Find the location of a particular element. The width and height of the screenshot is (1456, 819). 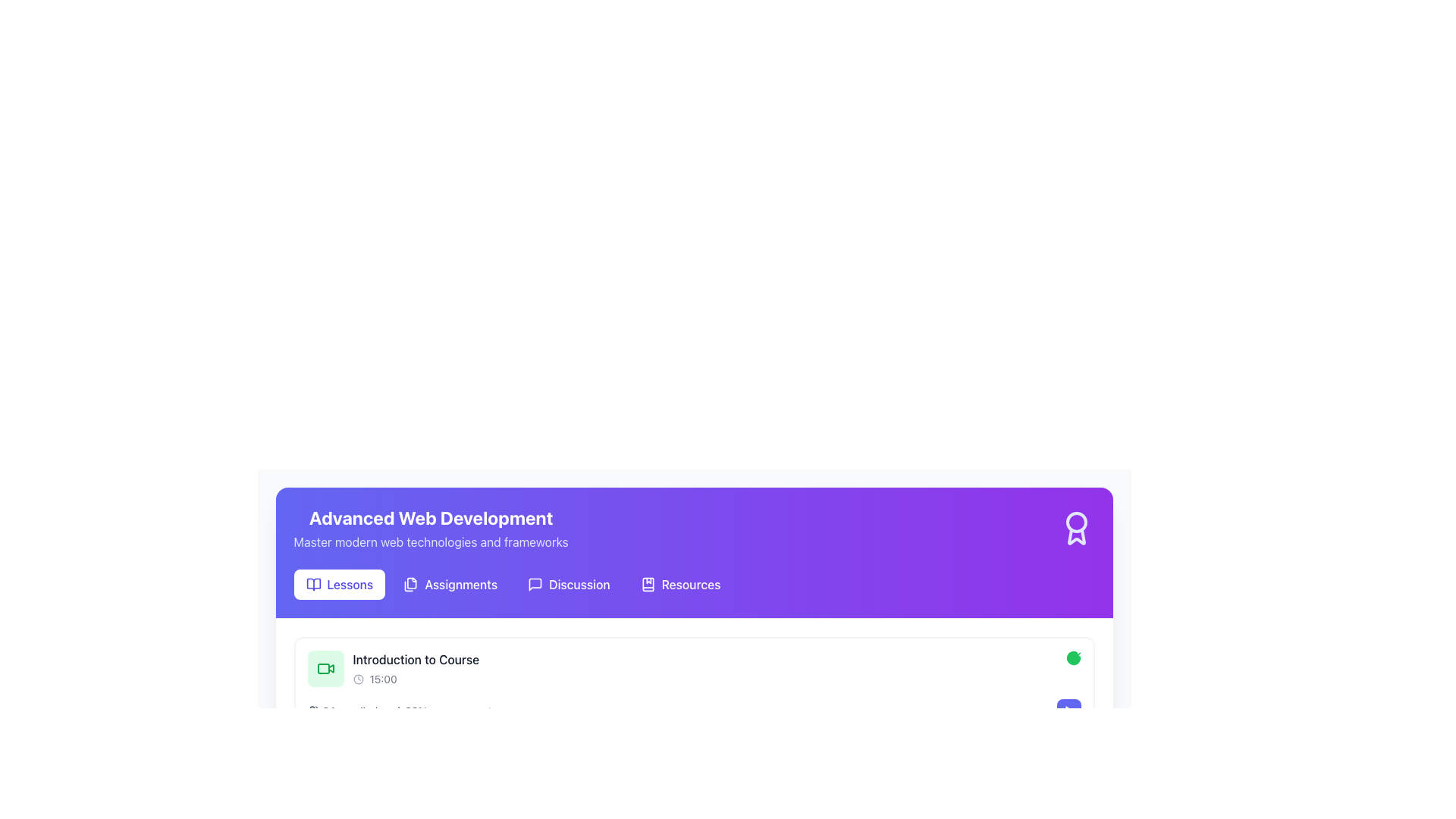

the 'Assignments' button, which is a rectangular button with a purple background and white text, located in the navigation row under 'Advanced Web Development' is located at coordinates (450, 584).